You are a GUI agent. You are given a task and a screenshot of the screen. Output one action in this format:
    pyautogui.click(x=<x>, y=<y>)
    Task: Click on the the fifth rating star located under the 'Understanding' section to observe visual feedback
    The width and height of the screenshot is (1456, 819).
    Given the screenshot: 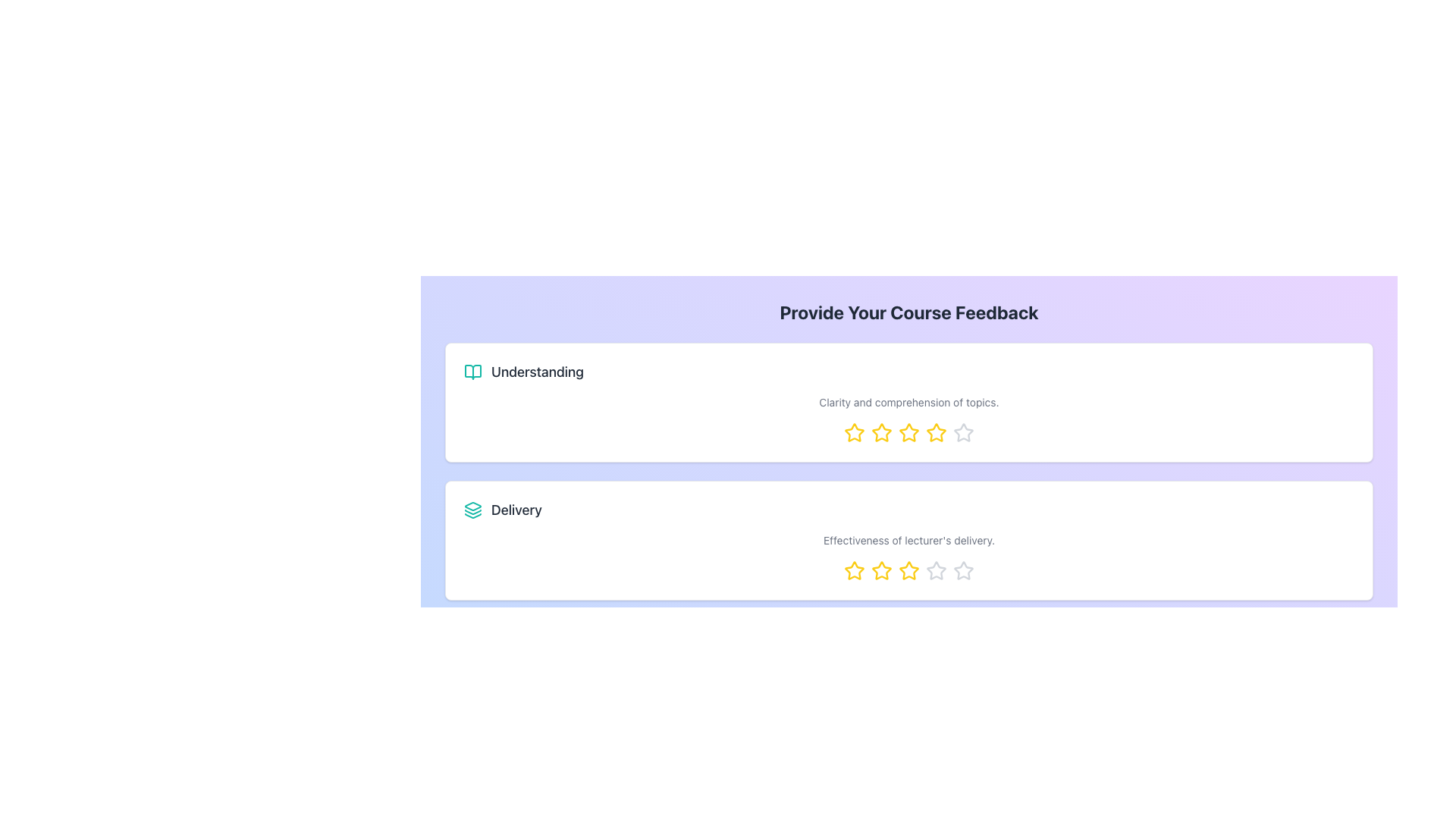 What is the action you would take?
    pyautogui.click(x=935, y=432)
    